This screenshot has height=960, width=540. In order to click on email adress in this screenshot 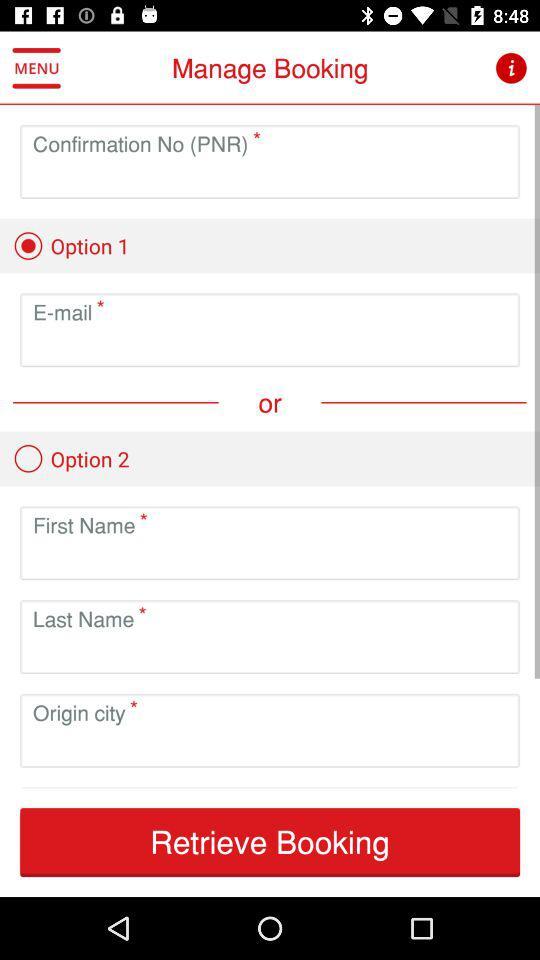, I will do `click(270, 346)`.